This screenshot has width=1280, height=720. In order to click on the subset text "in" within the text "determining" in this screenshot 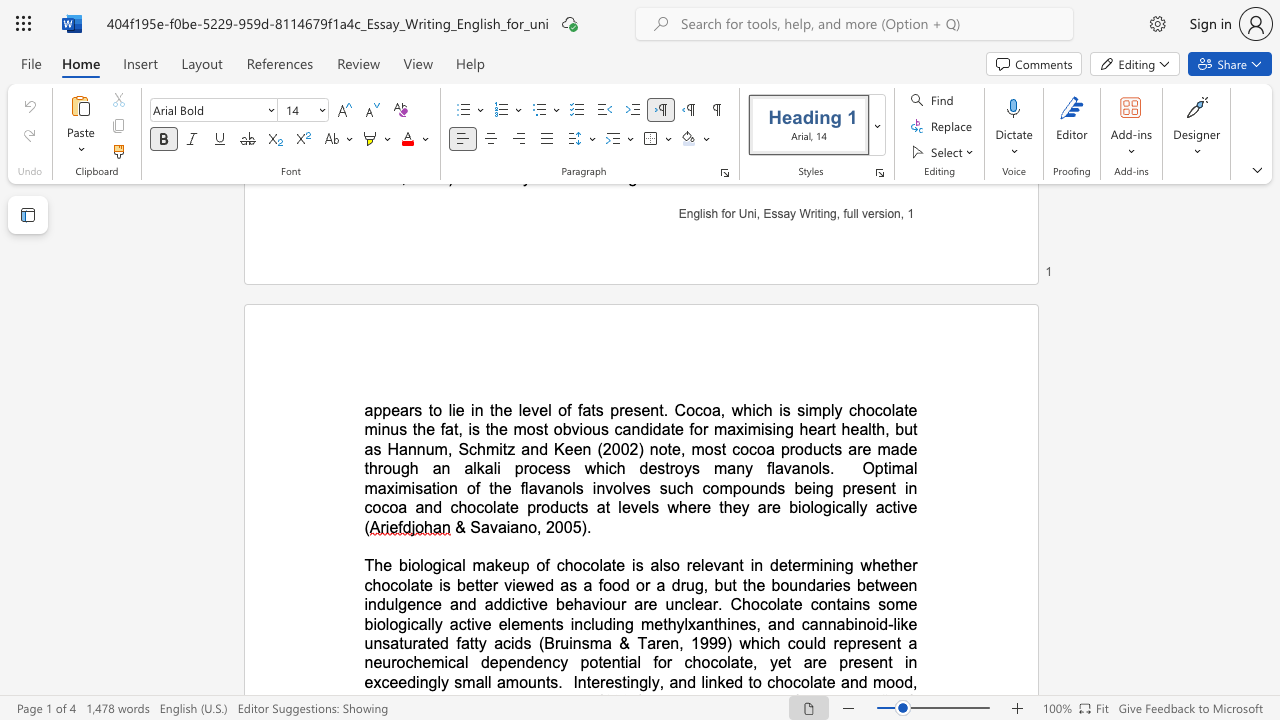, I will do `click(832, 565)`.